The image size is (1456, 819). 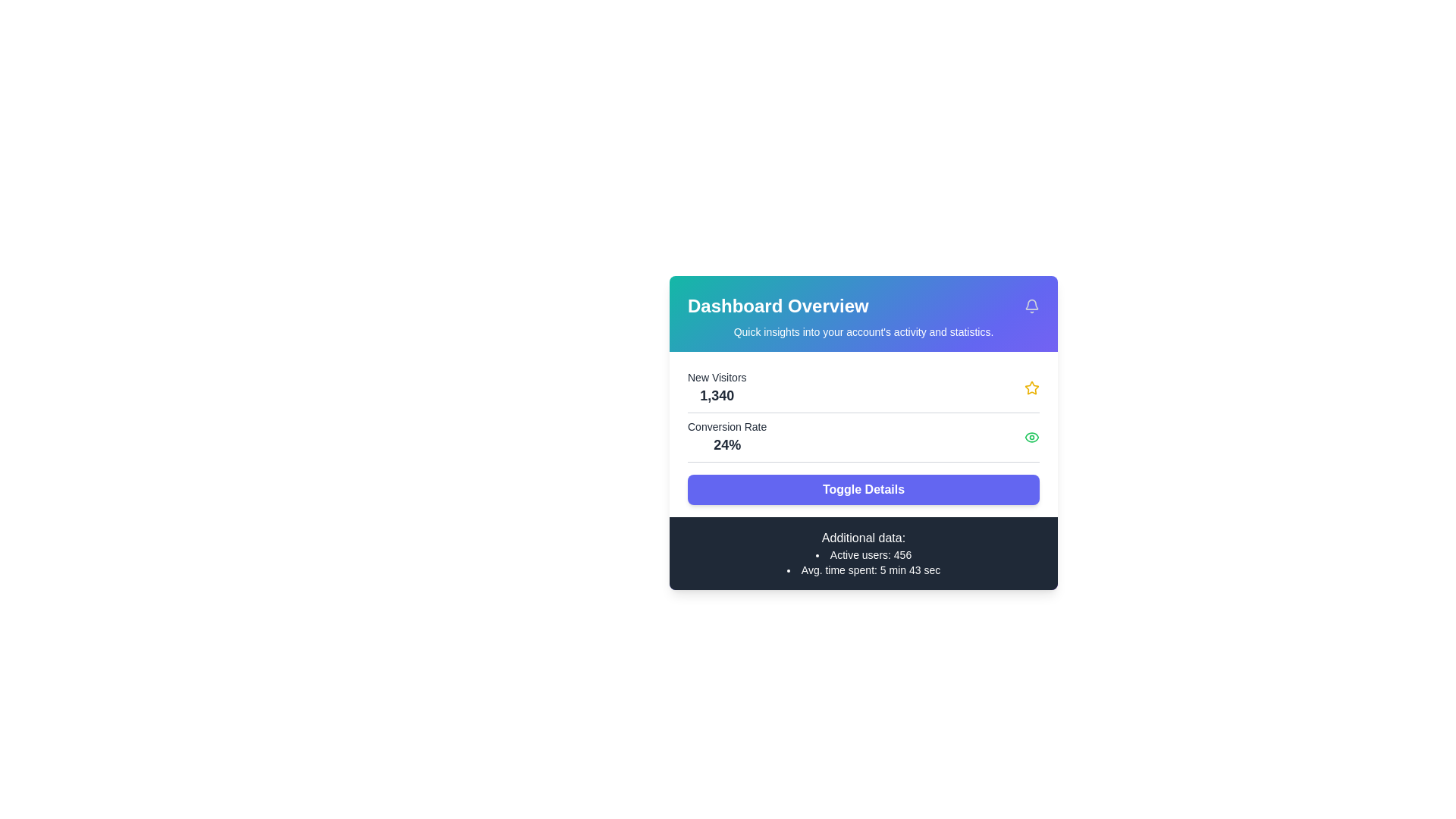 I want to click on the green outlined eye icon located in the 'Conversion Rate' section of the dashboard, positioned to the far-right of the conversion rate label and value, so click(x=1031, y=438).